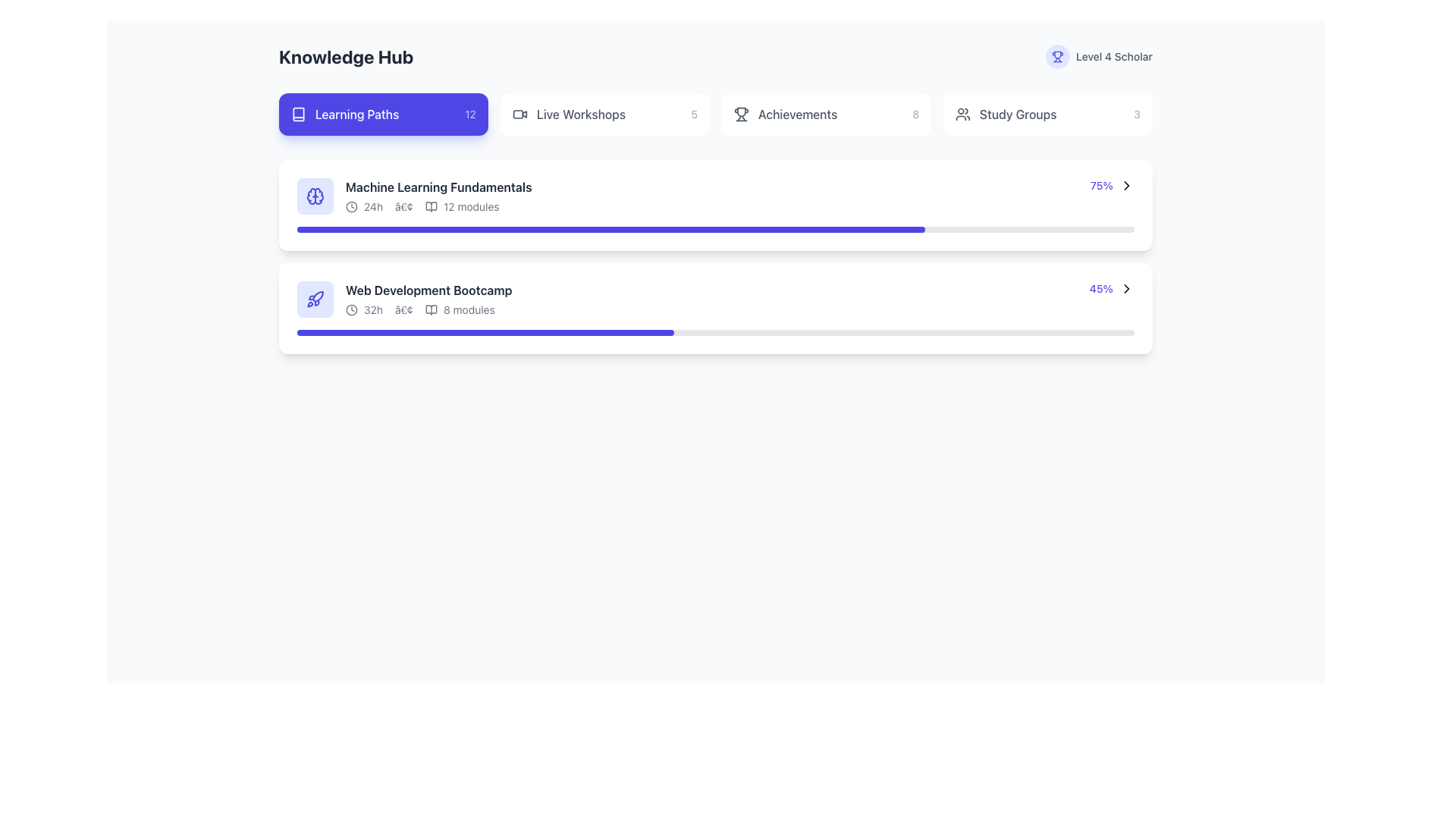  I want to click on the brain icon element located to the left of the 'Machine Learning Fundamentals' text for accessibility, so click(315, 195).